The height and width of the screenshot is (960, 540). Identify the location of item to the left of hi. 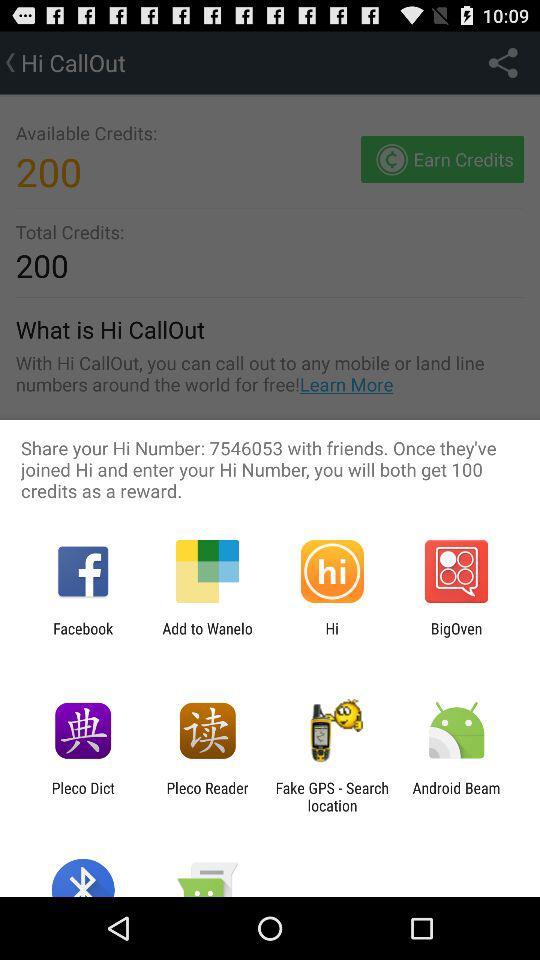
(206, 636).